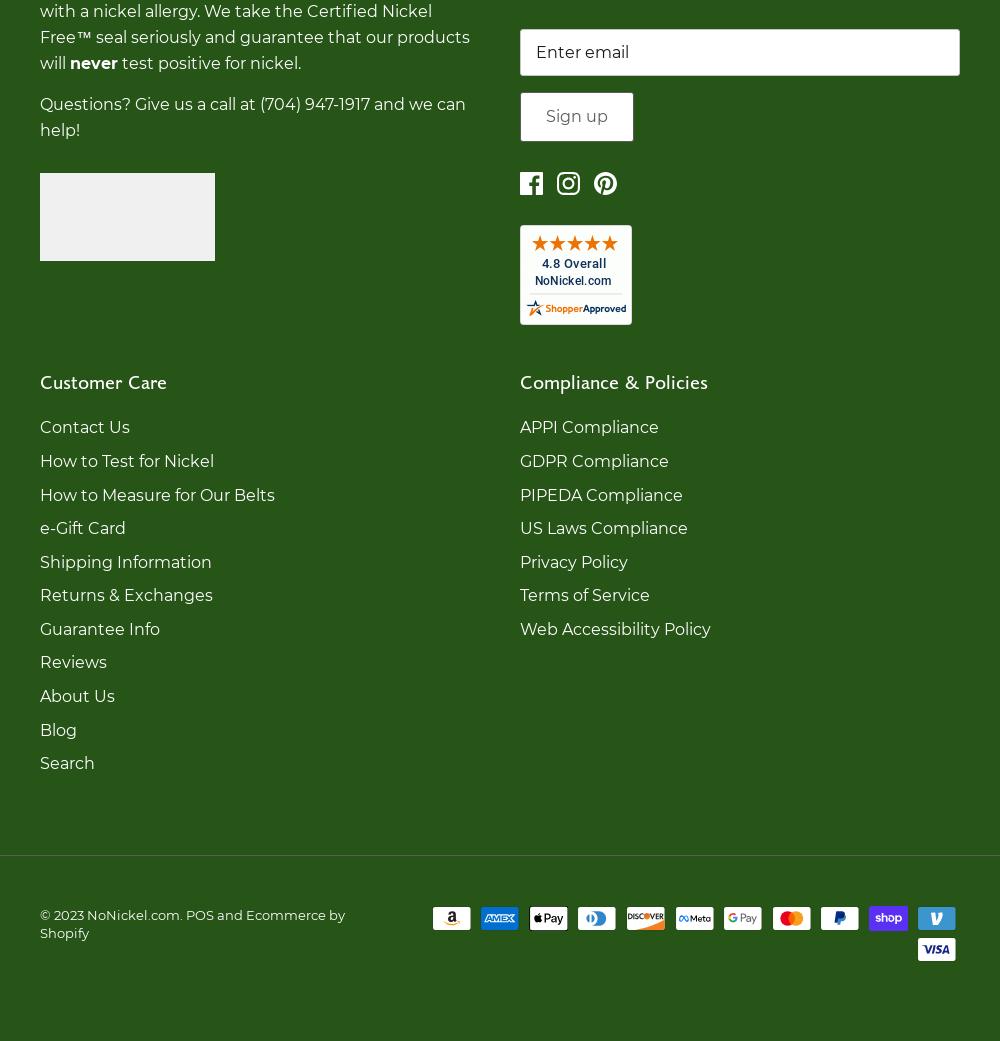  What do you see at coordinates (208, 61) in the screenshot?
I see `'test positive for nickel.'` at bounding box center [208, 61].